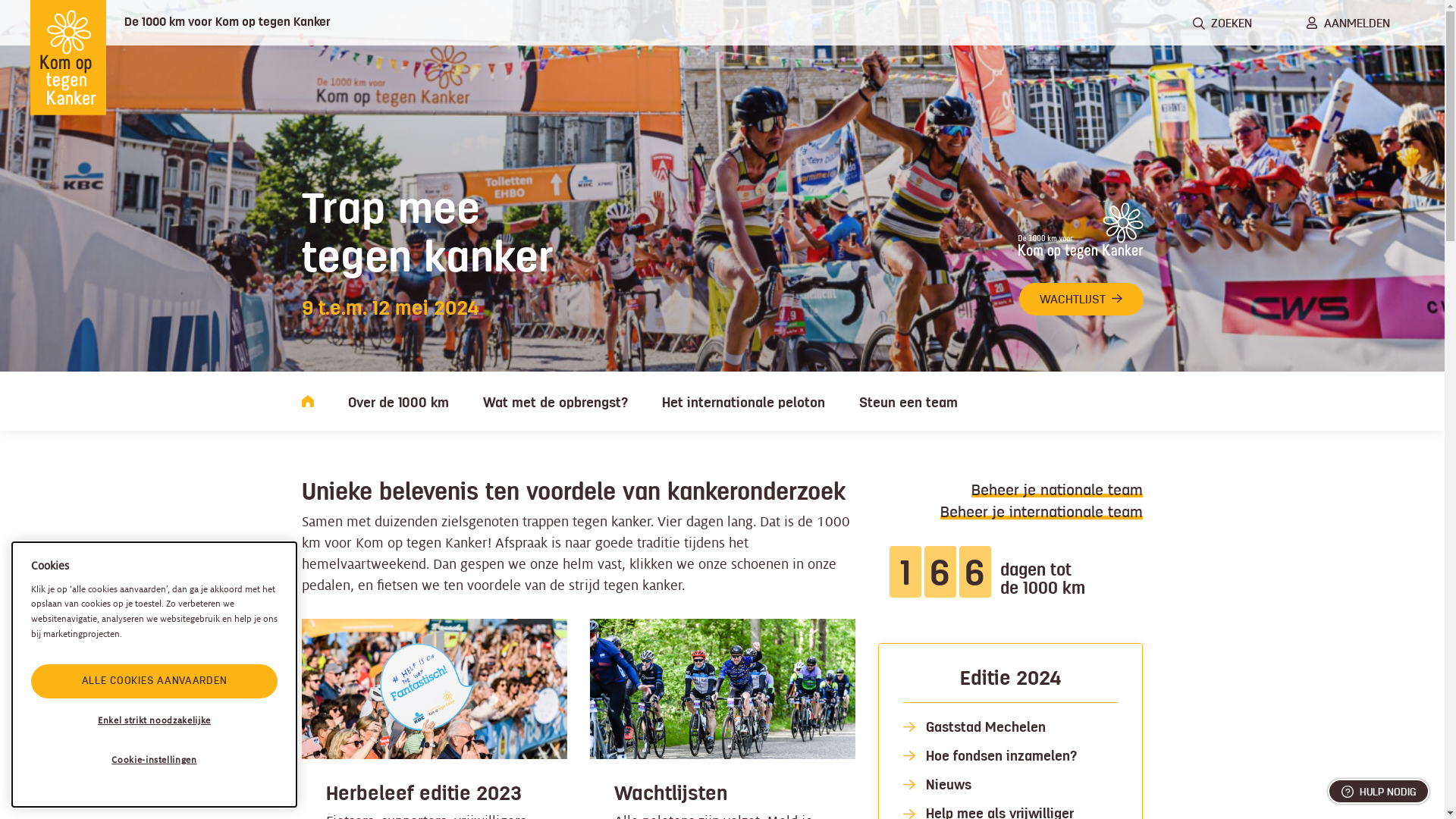 Image resolution: width=1456 pixels, height=819 pixels. Describe the element at coordinates (1222, 23) in the screenshot. I see `'ZOEKEN'` at that location.